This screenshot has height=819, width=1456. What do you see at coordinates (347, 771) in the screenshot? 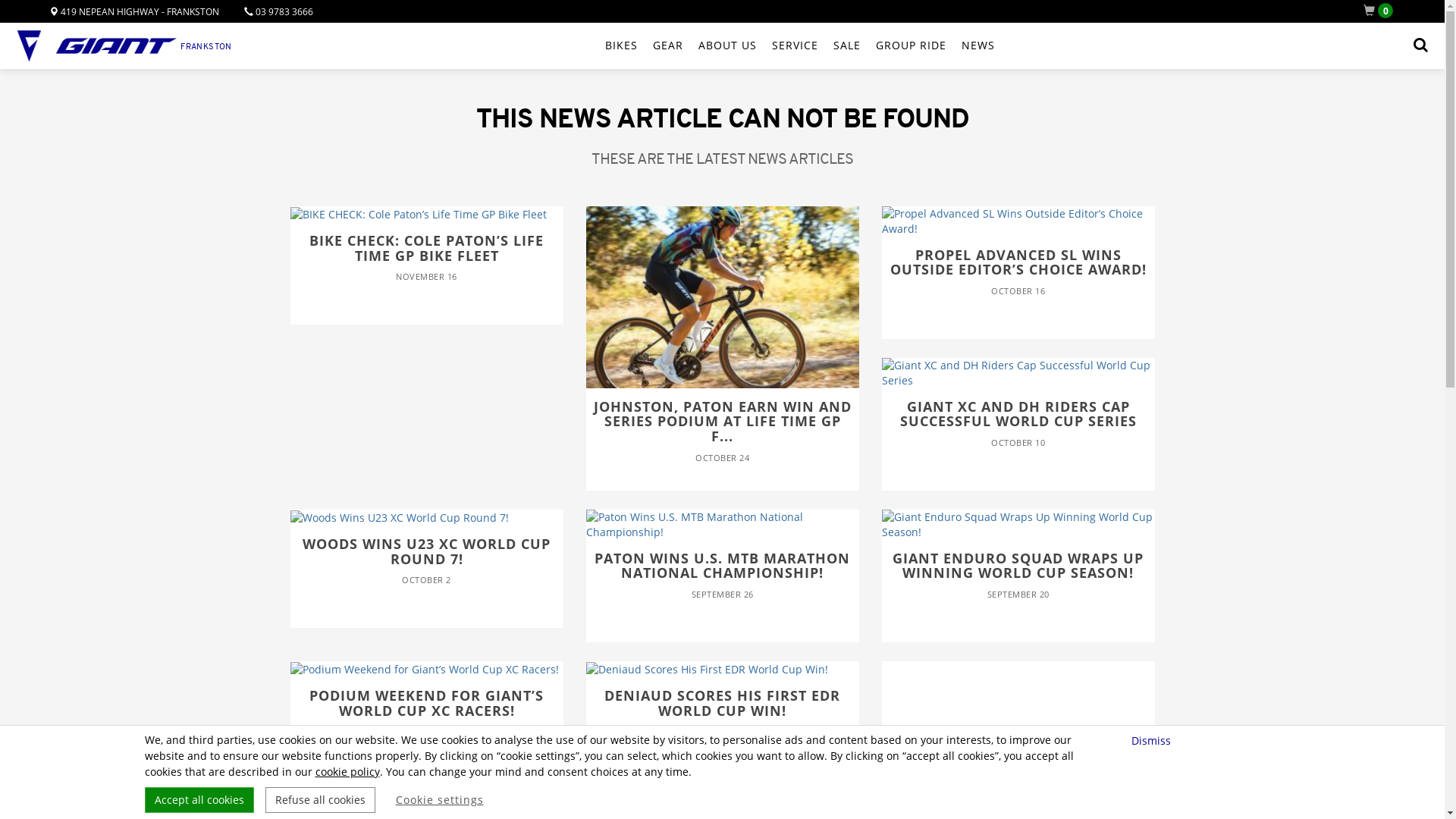
I see `'cookie policy'` at bounding box center [347, 771].